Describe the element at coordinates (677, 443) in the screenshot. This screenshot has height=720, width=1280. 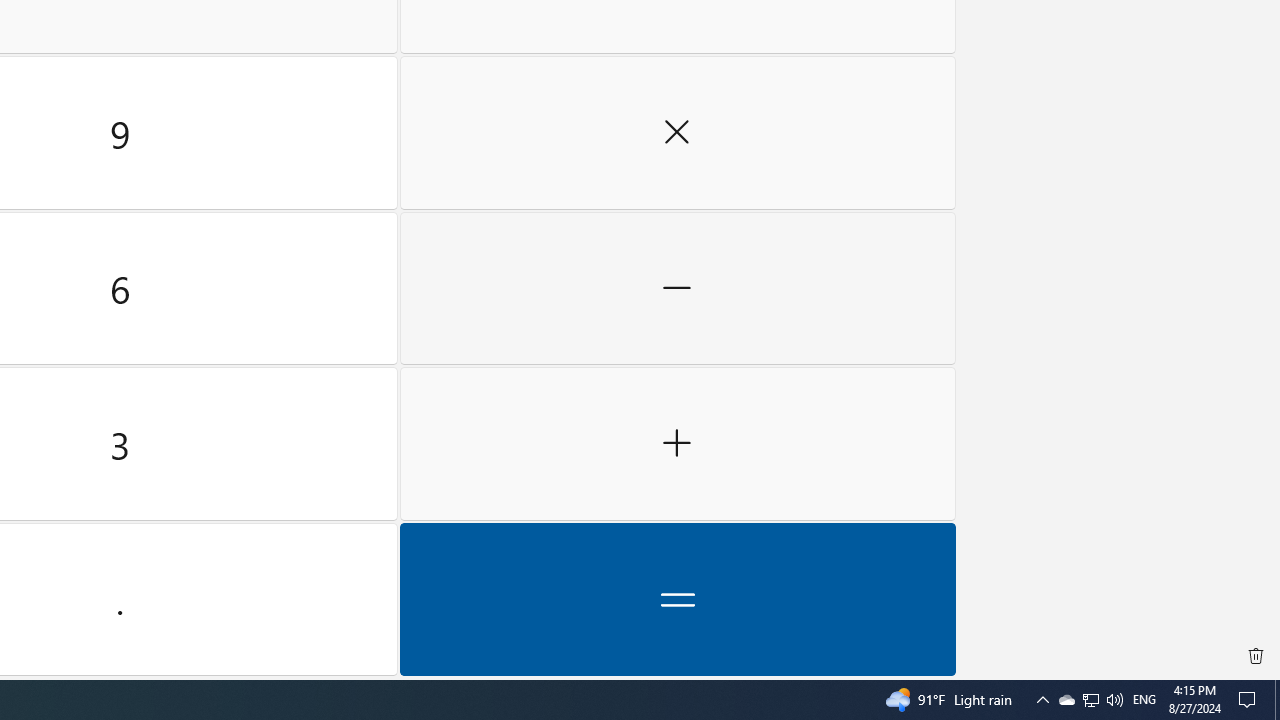
I see `'Plus'` at that location.